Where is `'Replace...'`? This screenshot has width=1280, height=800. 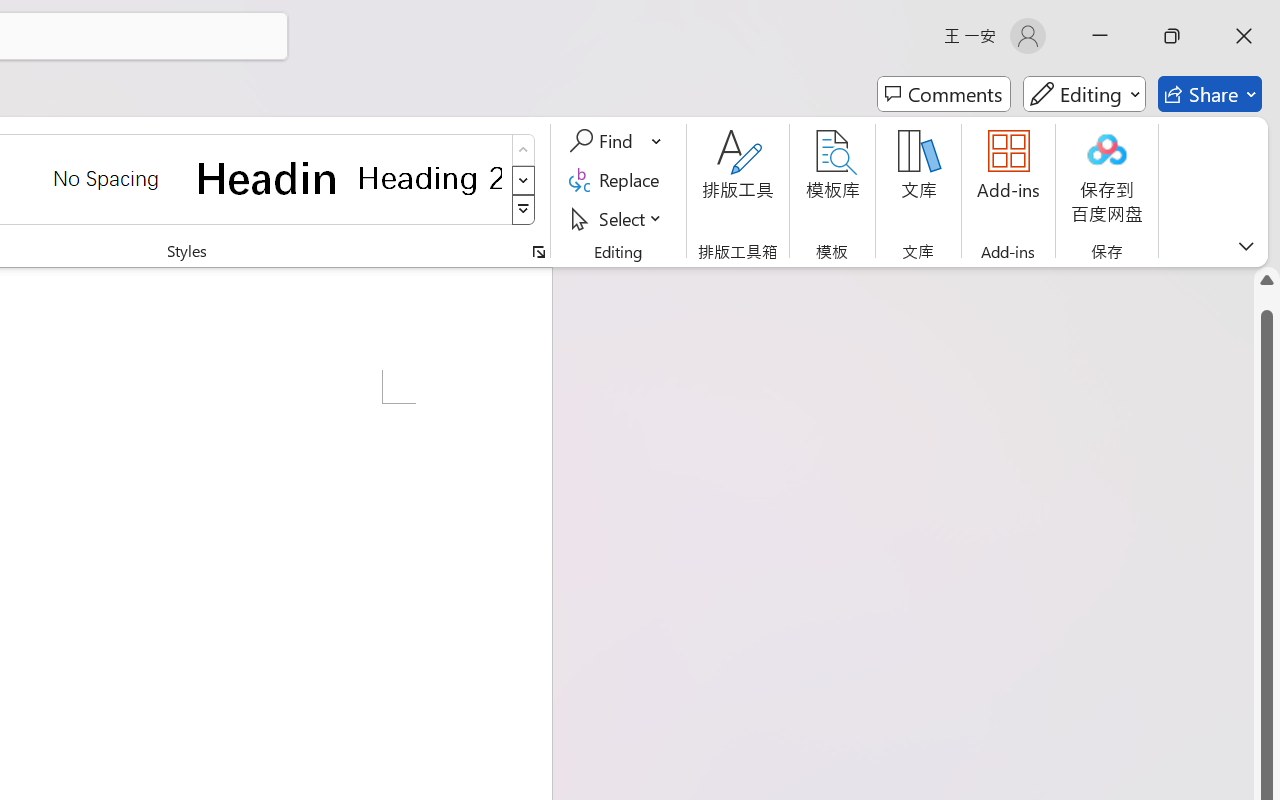 'Replace...' is located at coordinates (616, 179).